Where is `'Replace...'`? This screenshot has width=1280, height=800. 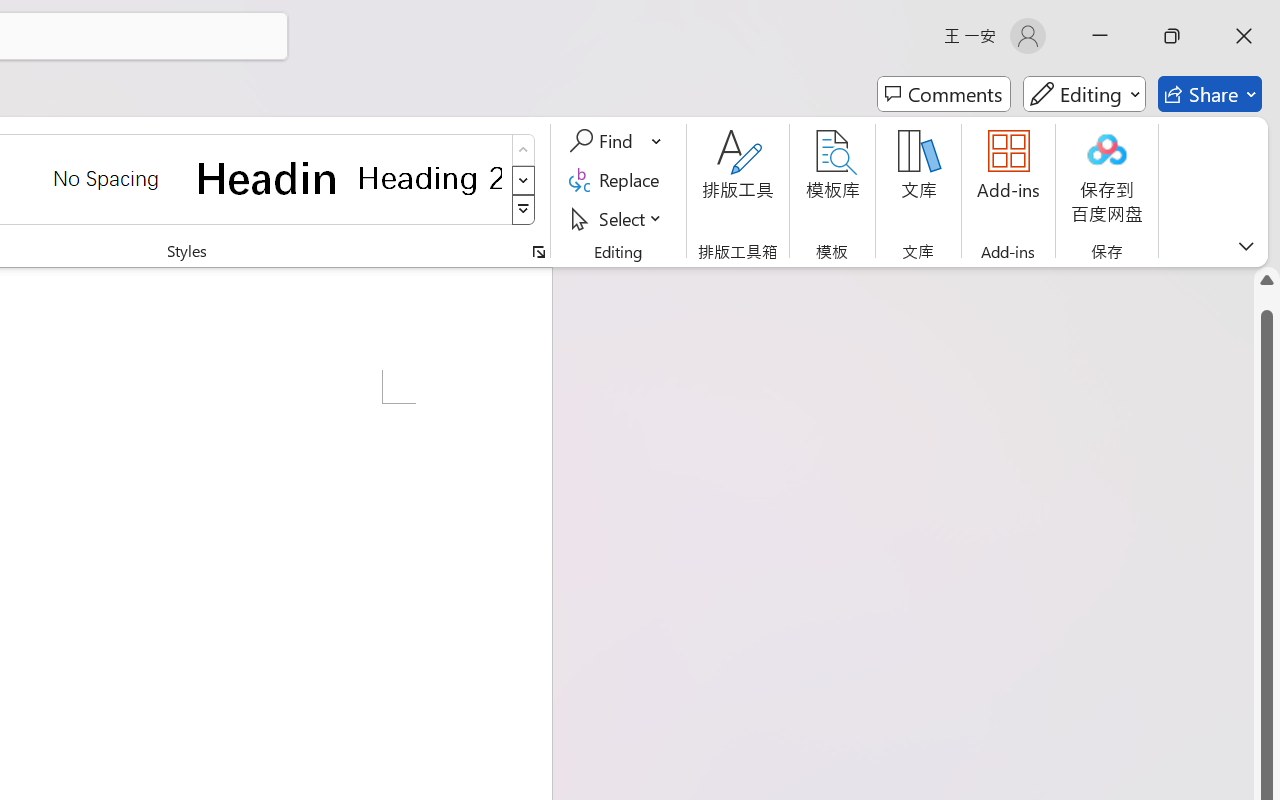 'Replace...' is located at coordinates (616, 179).